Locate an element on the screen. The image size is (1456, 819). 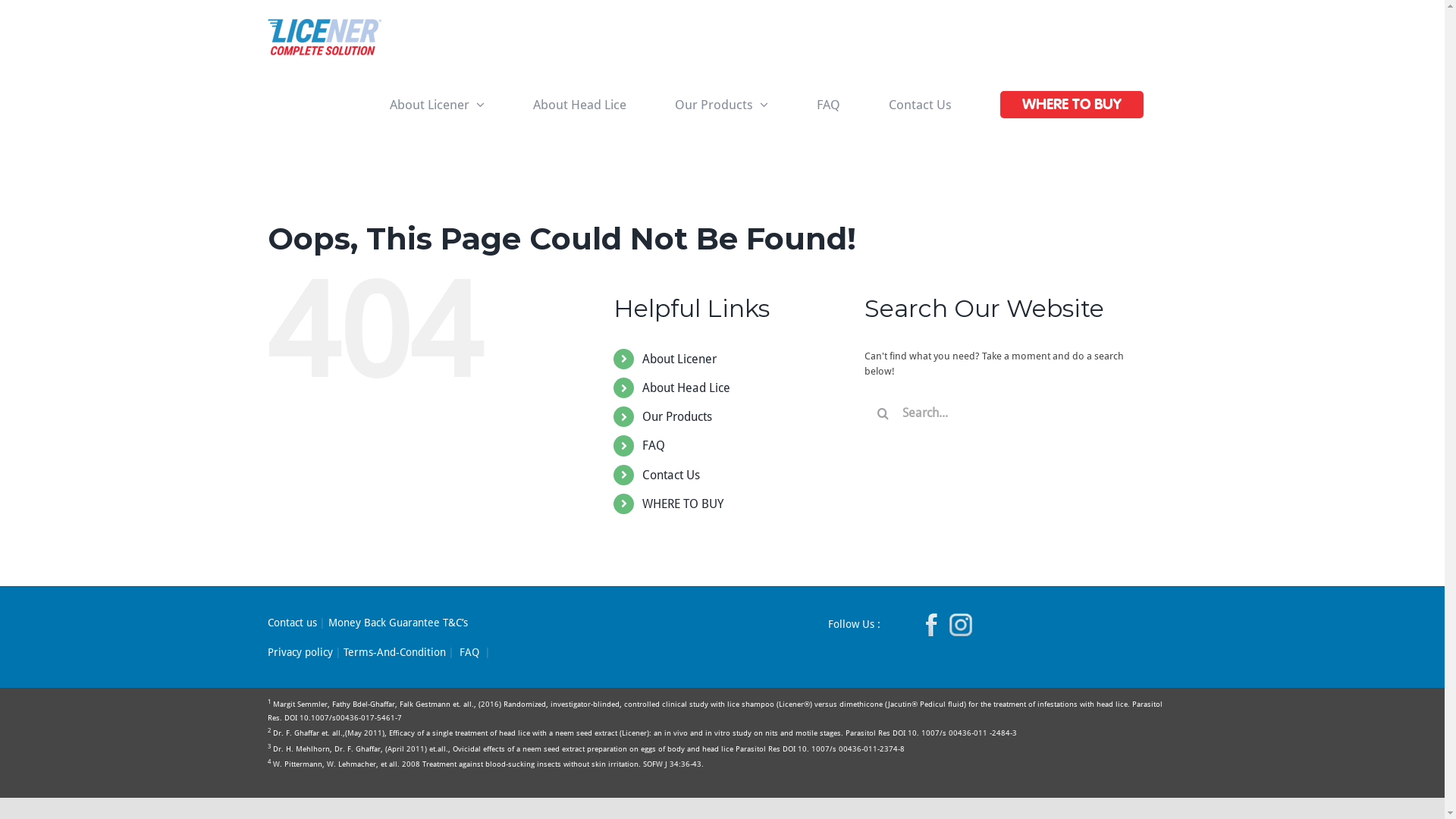
'FAQ' is located at coordinates (801, 104).